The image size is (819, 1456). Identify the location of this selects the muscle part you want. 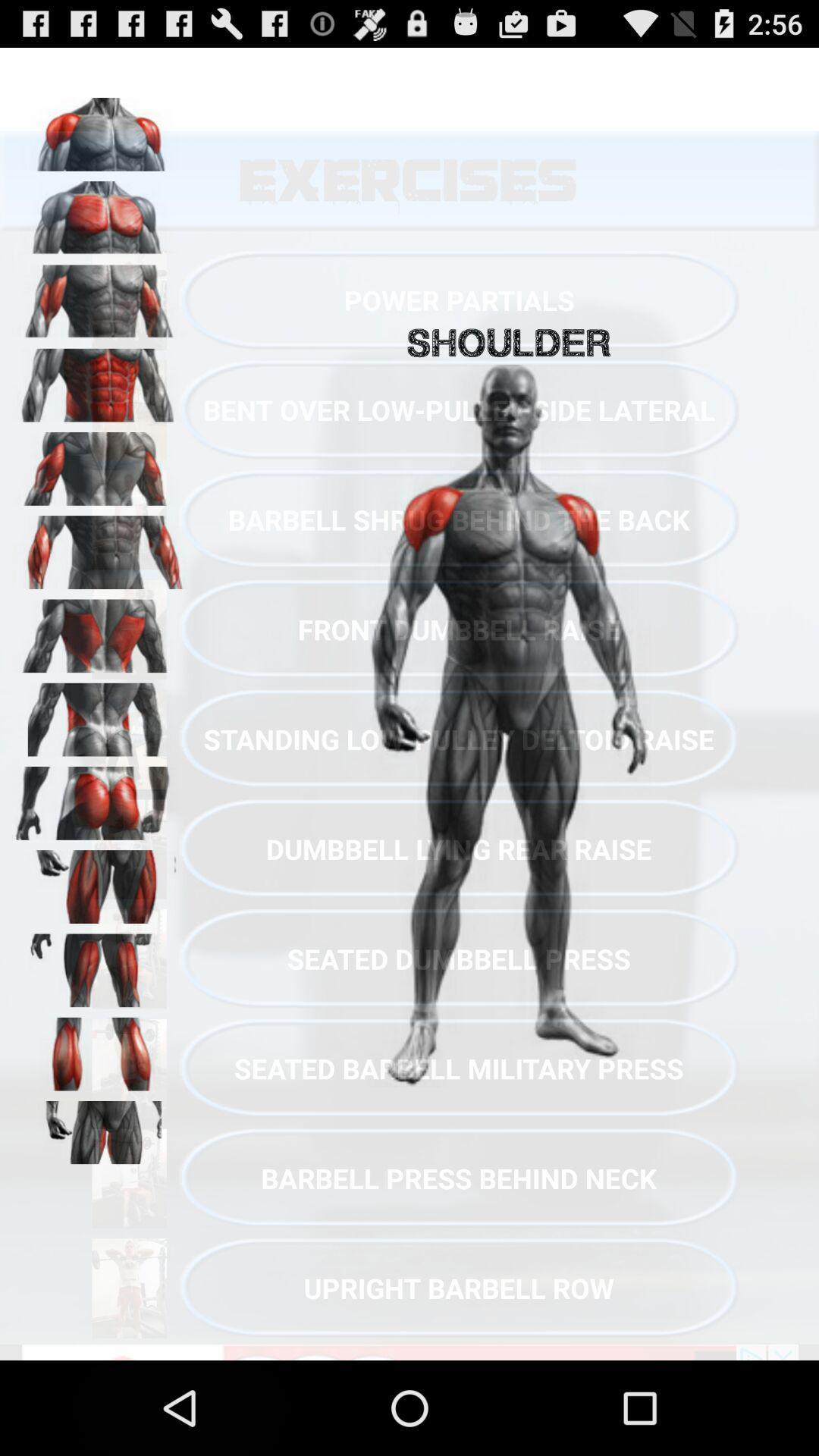
(99, 631).